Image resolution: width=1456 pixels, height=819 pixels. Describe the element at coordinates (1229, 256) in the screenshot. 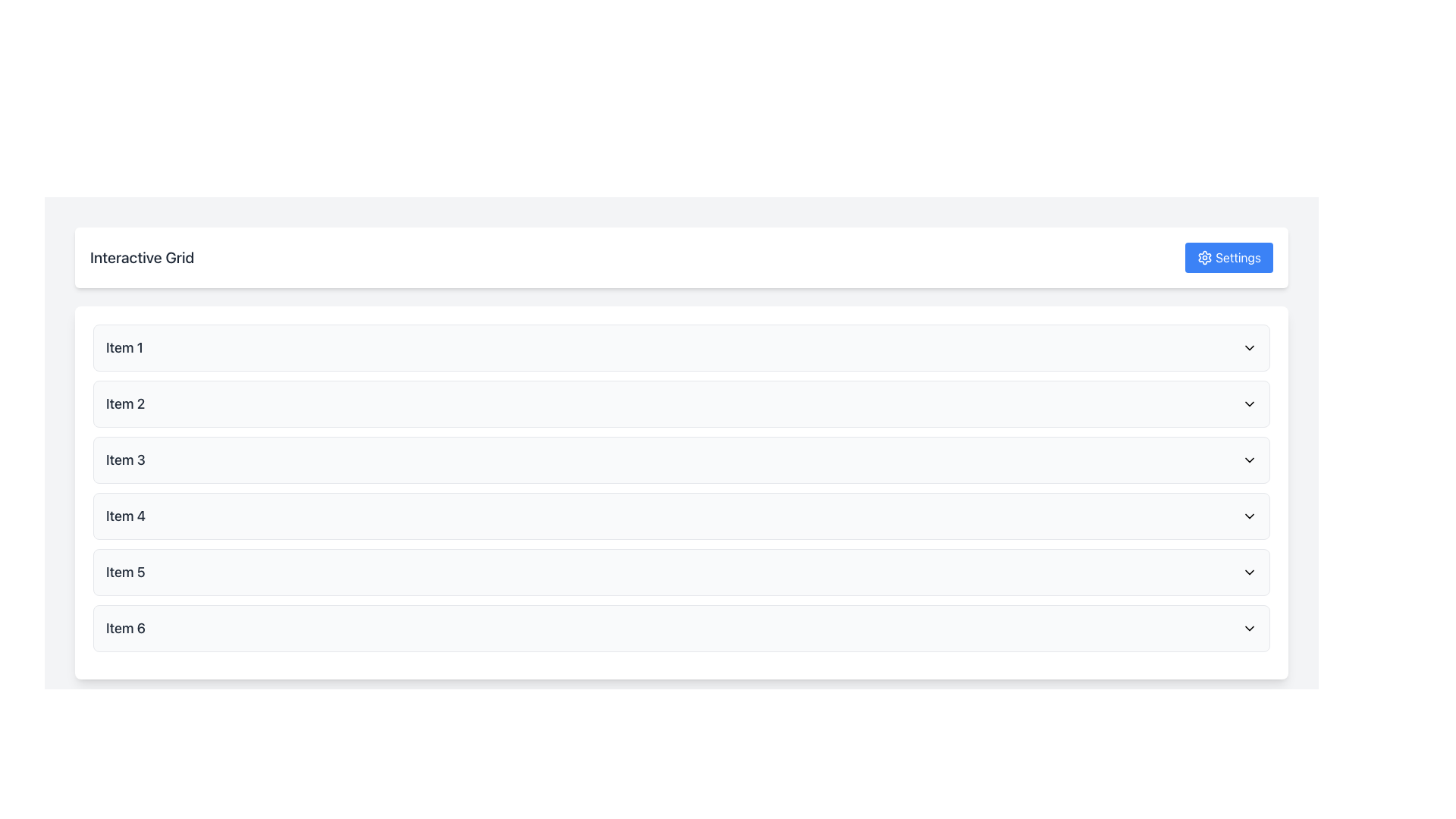

I see `the 'Settings' button located in the top-right corner of the Interactive Grid` at that location.